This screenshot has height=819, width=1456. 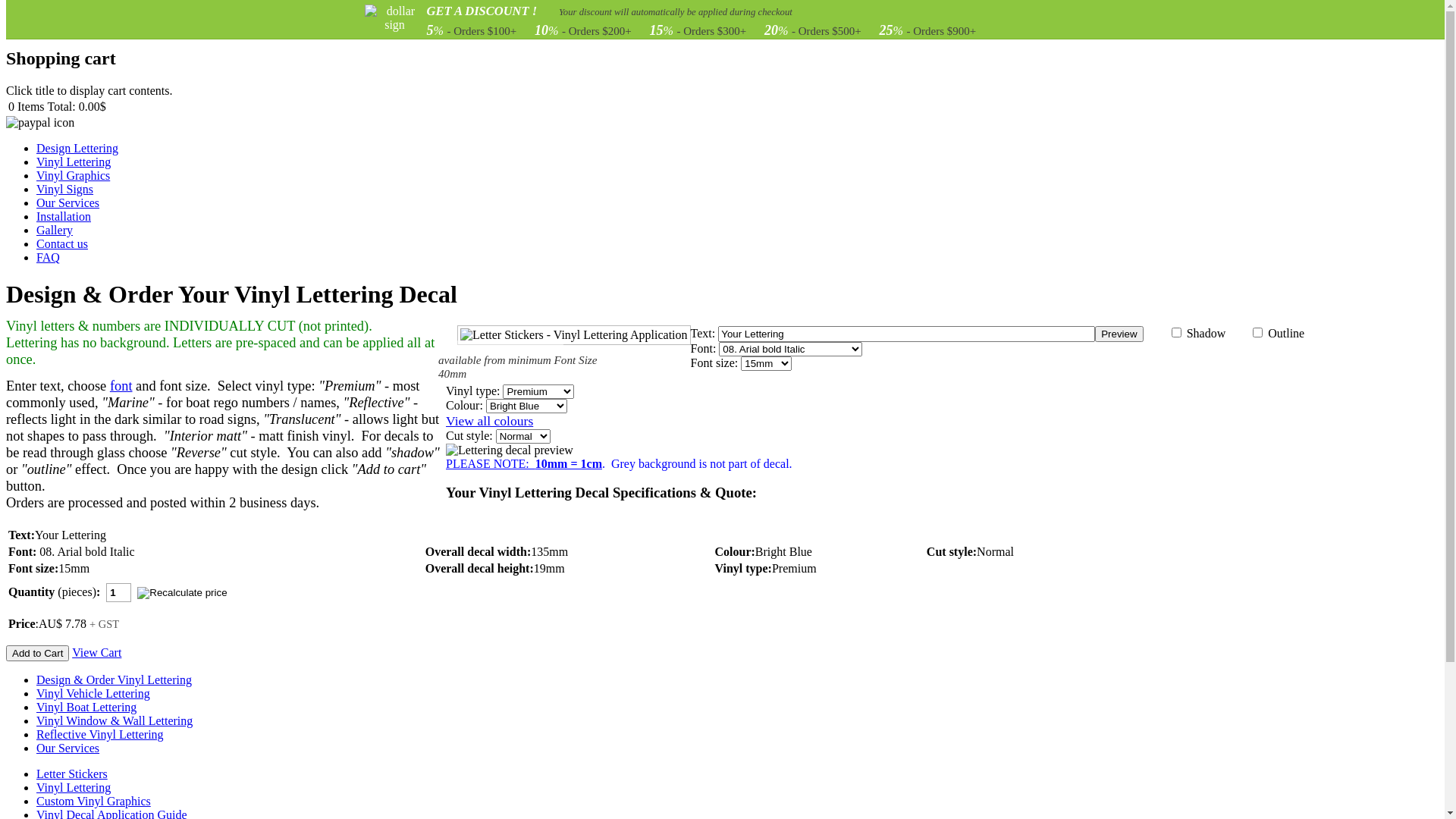 I want to click on 'Our Services', so click(x=67, y=747).